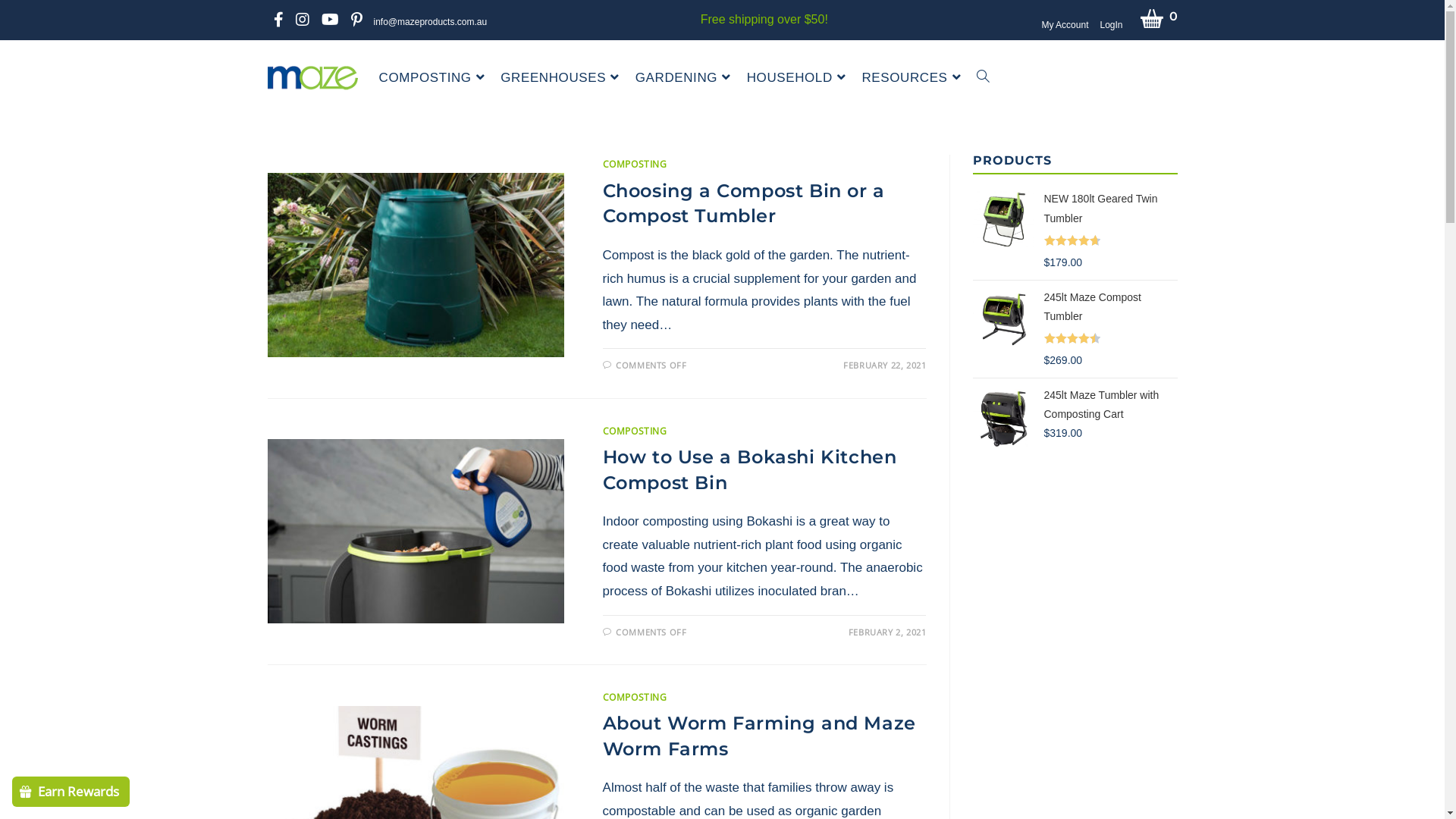  Describe the element at coordinates (749, 469) in the screenshot. I see `'How to Use a Bokashi Kitchen Compost Bin'` at that location.